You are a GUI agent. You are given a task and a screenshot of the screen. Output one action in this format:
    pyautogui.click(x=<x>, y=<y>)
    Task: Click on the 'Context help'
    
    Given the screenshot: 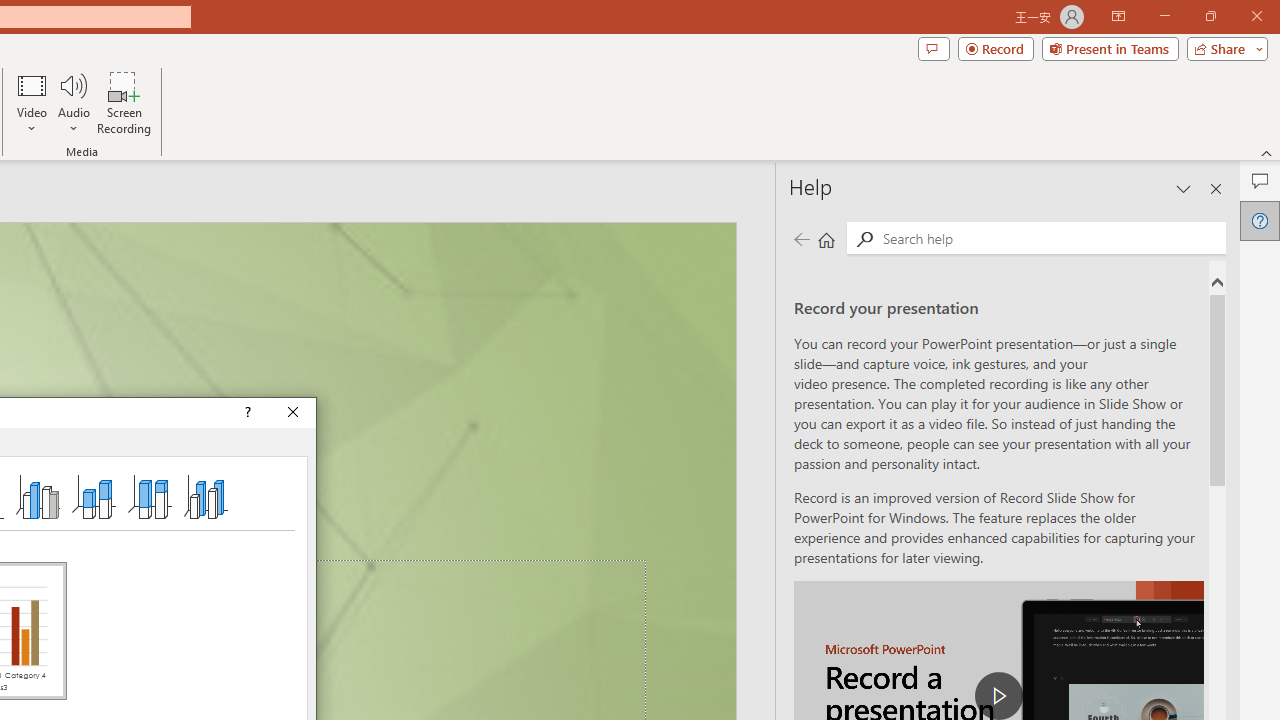 What is the action you would take?
    pyautogui.click(x=245, y=411)
    